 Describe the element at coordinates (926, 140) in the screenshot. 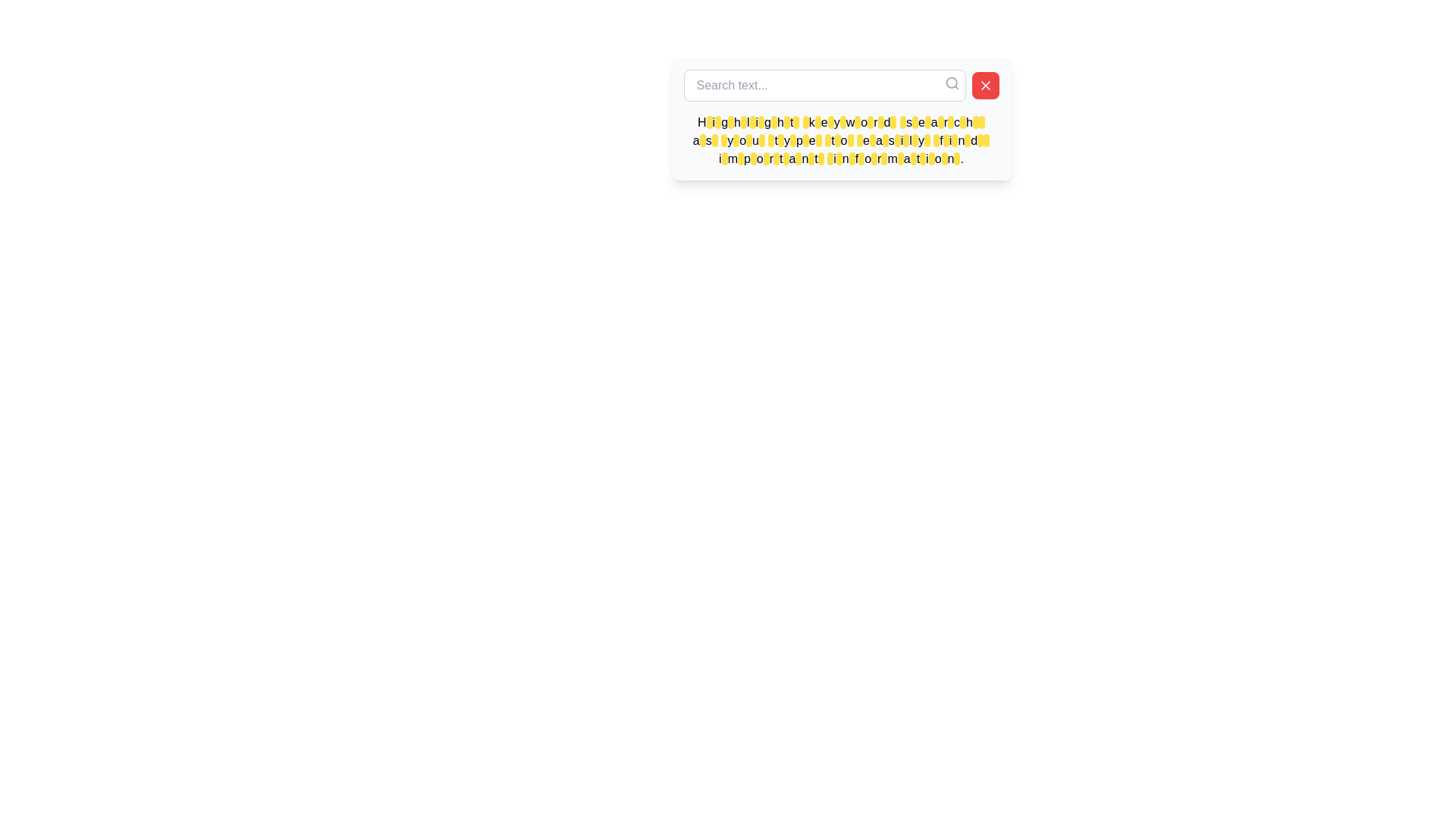

I see `the 48th yellow-highlighted rectangle that emphasizes a keyword in the descriptive text` at that location.